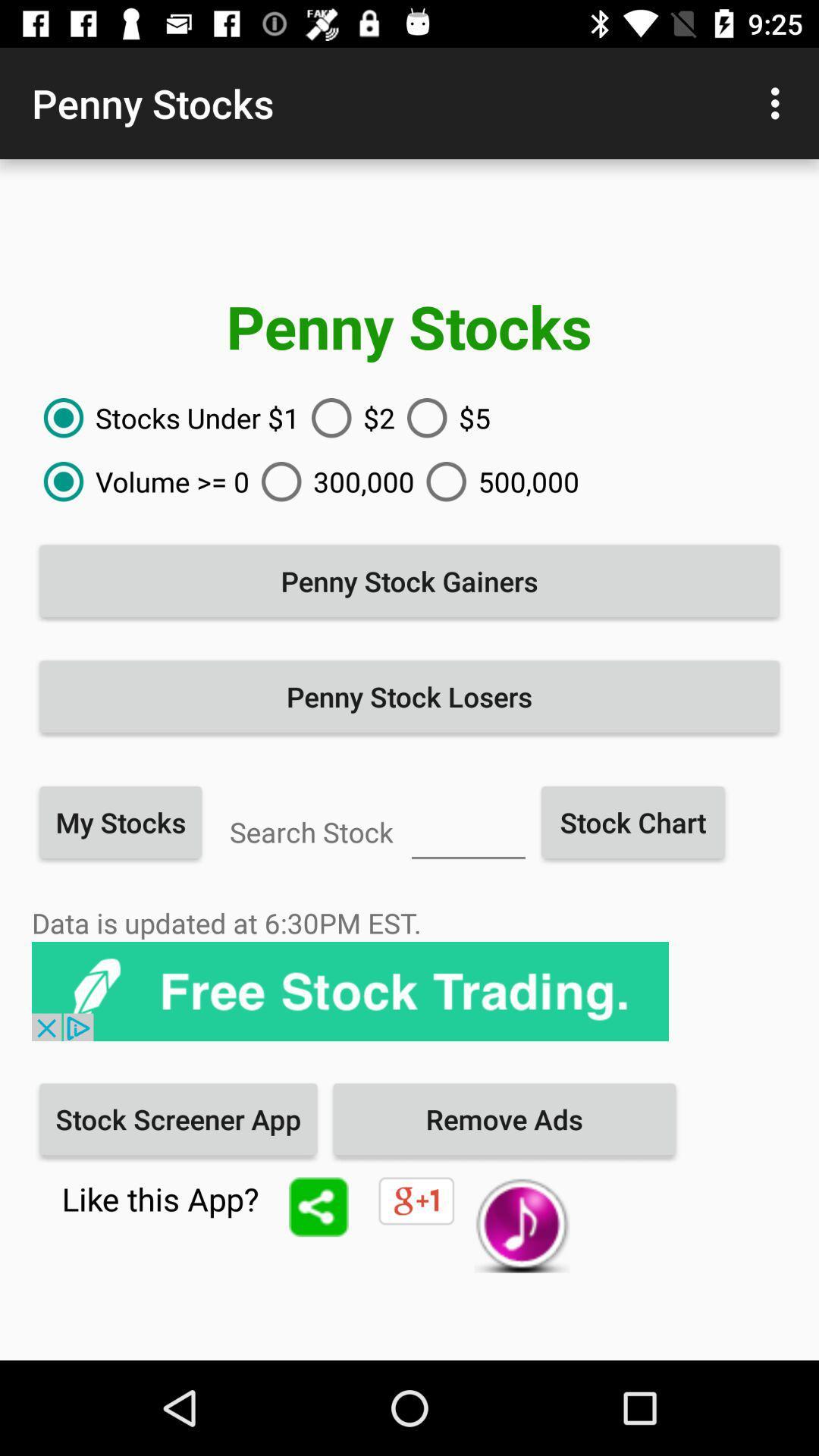 The width and height of the screenshot is (819, 1456). Describe the element at coordinates (521, 1225) in the screenshot. I see `icon below the remove ads` at that location.